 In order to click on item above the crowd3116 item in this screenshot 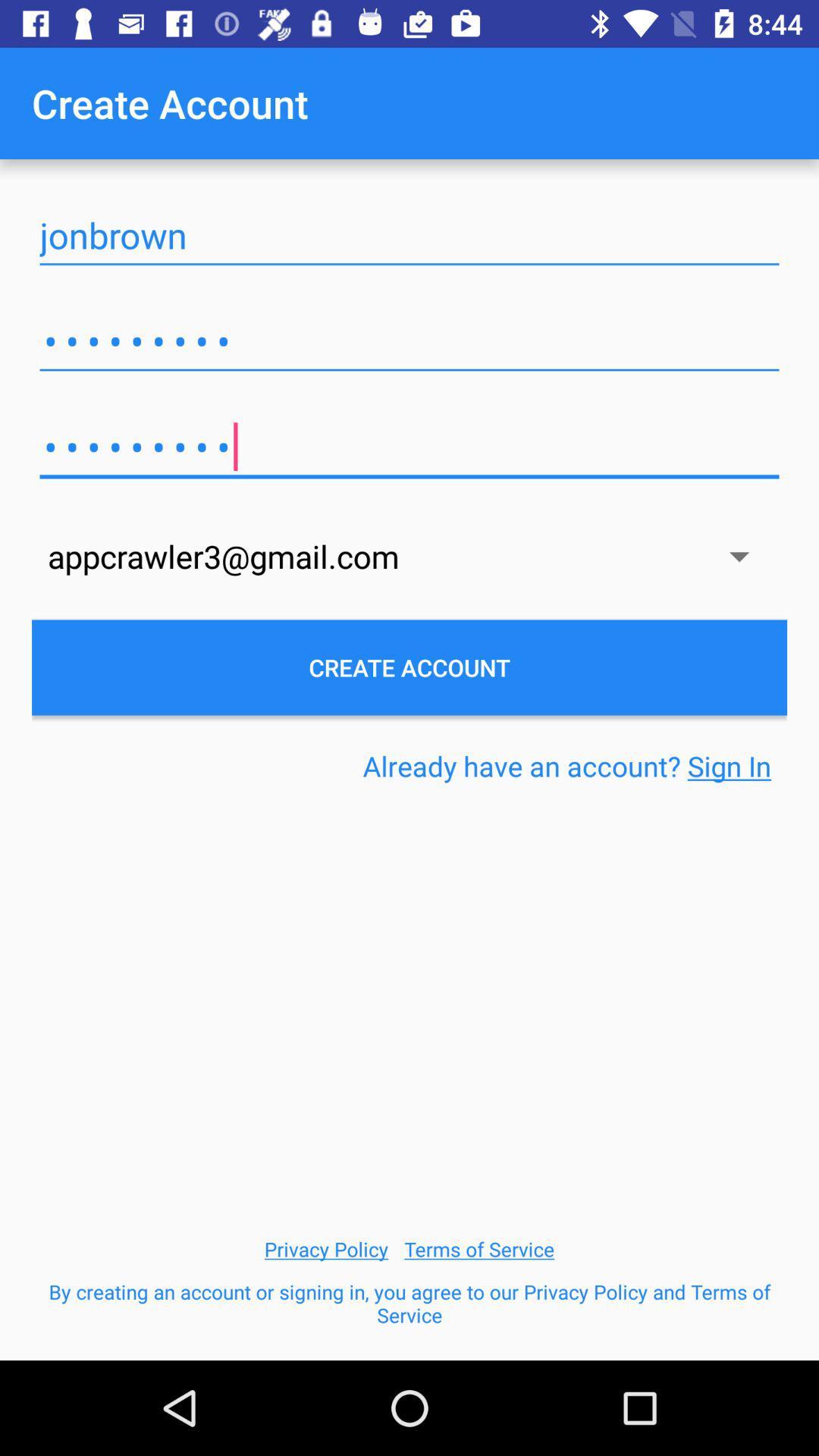, I will do `click(409, 235)`.